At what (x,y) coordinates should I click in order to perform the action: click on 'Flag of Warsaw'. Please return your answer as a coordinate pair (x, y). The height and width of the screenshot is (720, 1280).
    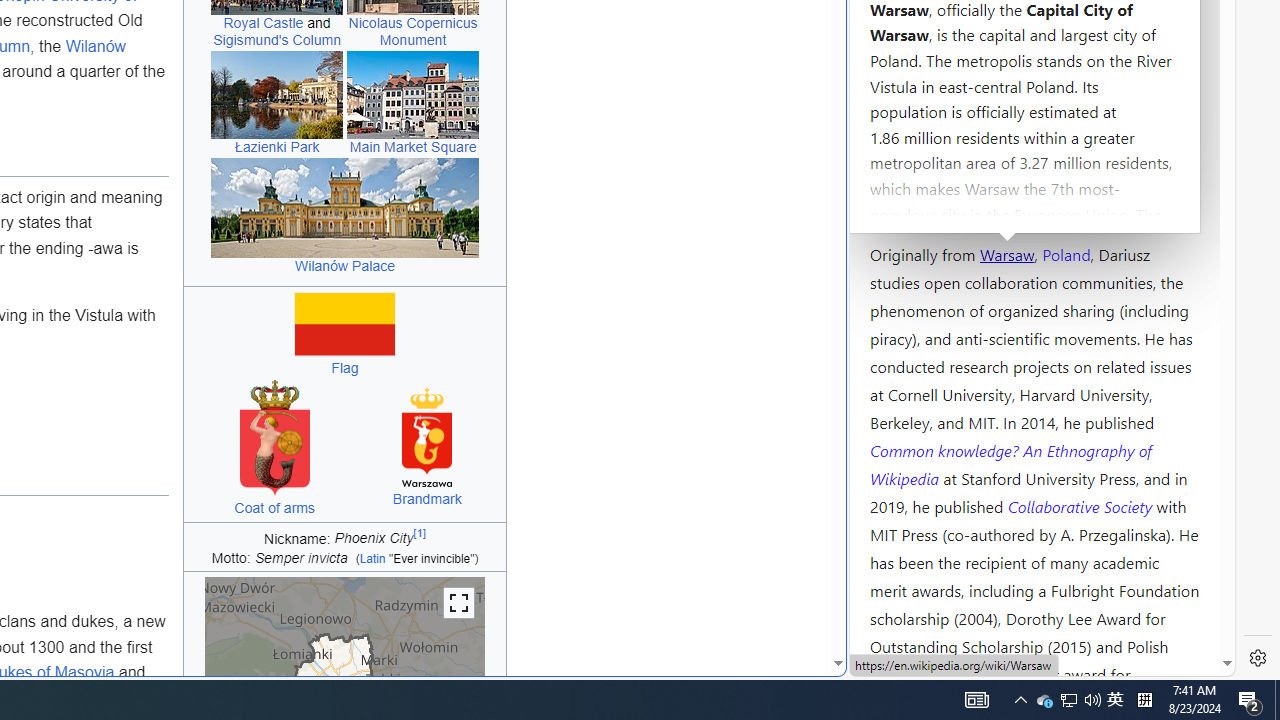
    Looking at the image, I should click on (345, 324).